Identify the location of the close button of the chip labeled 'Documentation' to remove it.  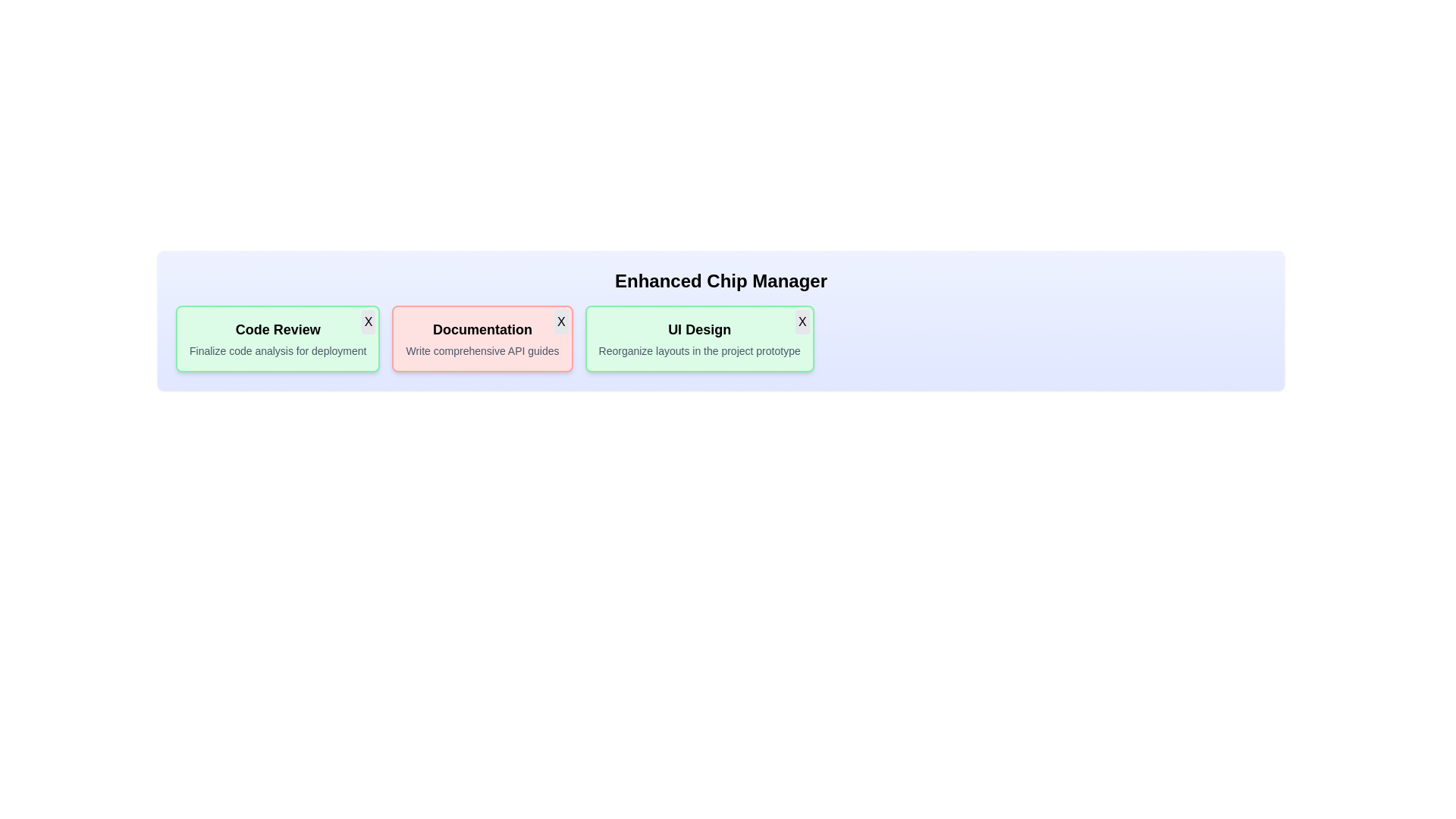
(560, 321).